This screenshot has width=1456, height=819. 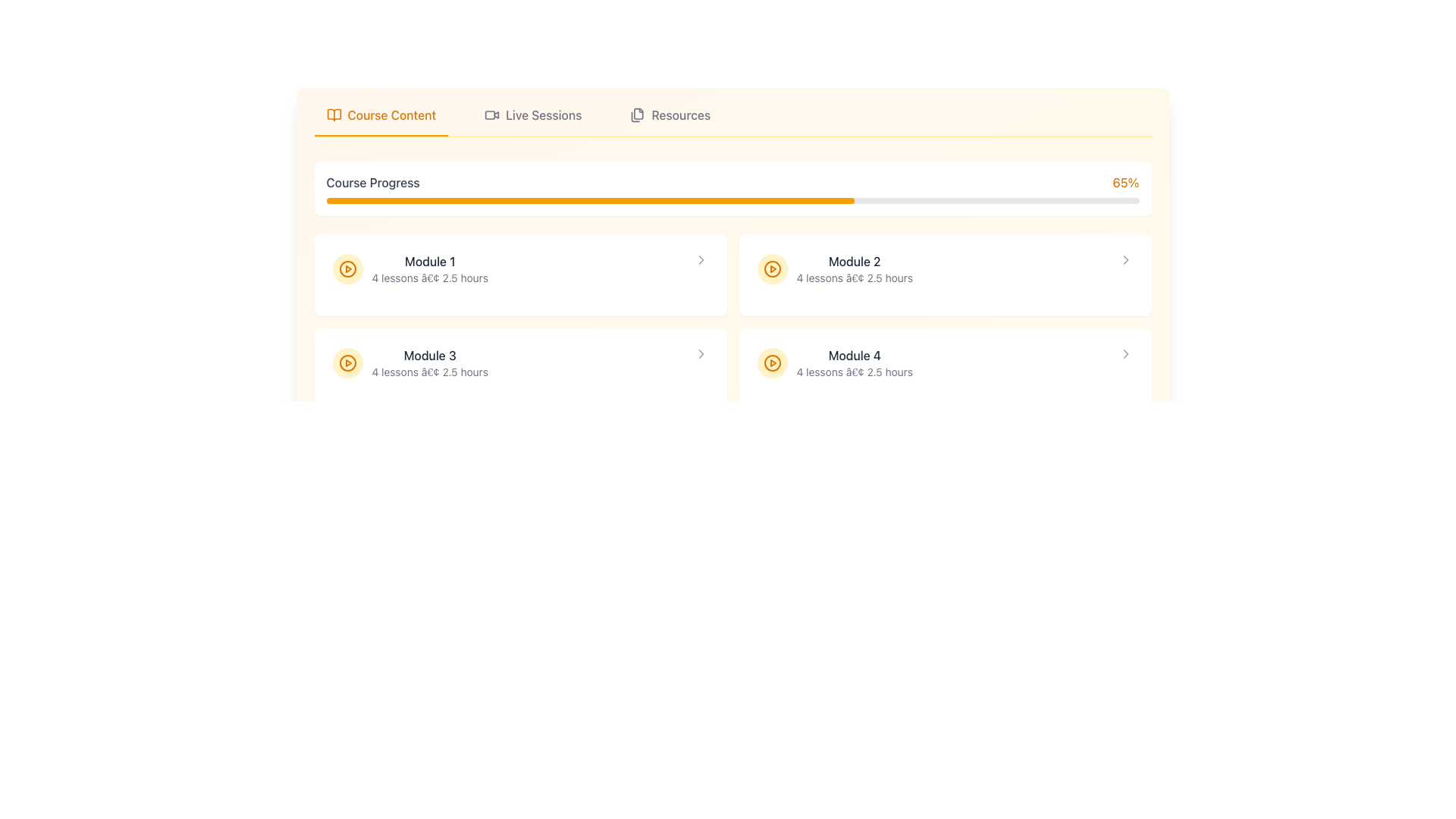 What do you see at coordinates (700, 259) in the screenshot?
I see `the right-facing gray chevron icon for navigation associated with 'Module 1'` at bounding box center [700, 259].